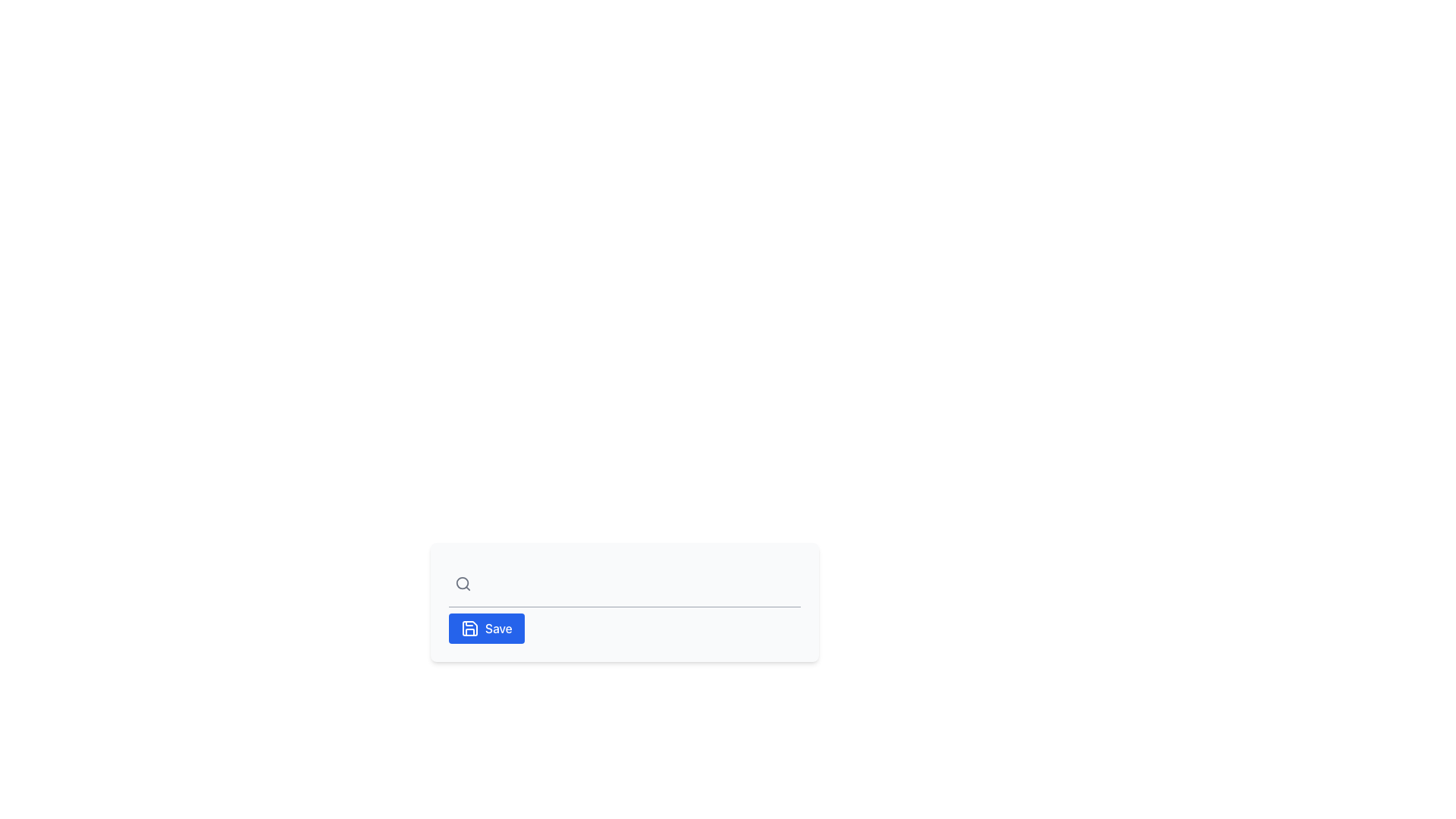 The width and height of the screenshot is (1456, 819). Describe the element at coordinates (486, 629) in the screenshot. I see `the blue 'Save' button with a white disk icon` at that location.